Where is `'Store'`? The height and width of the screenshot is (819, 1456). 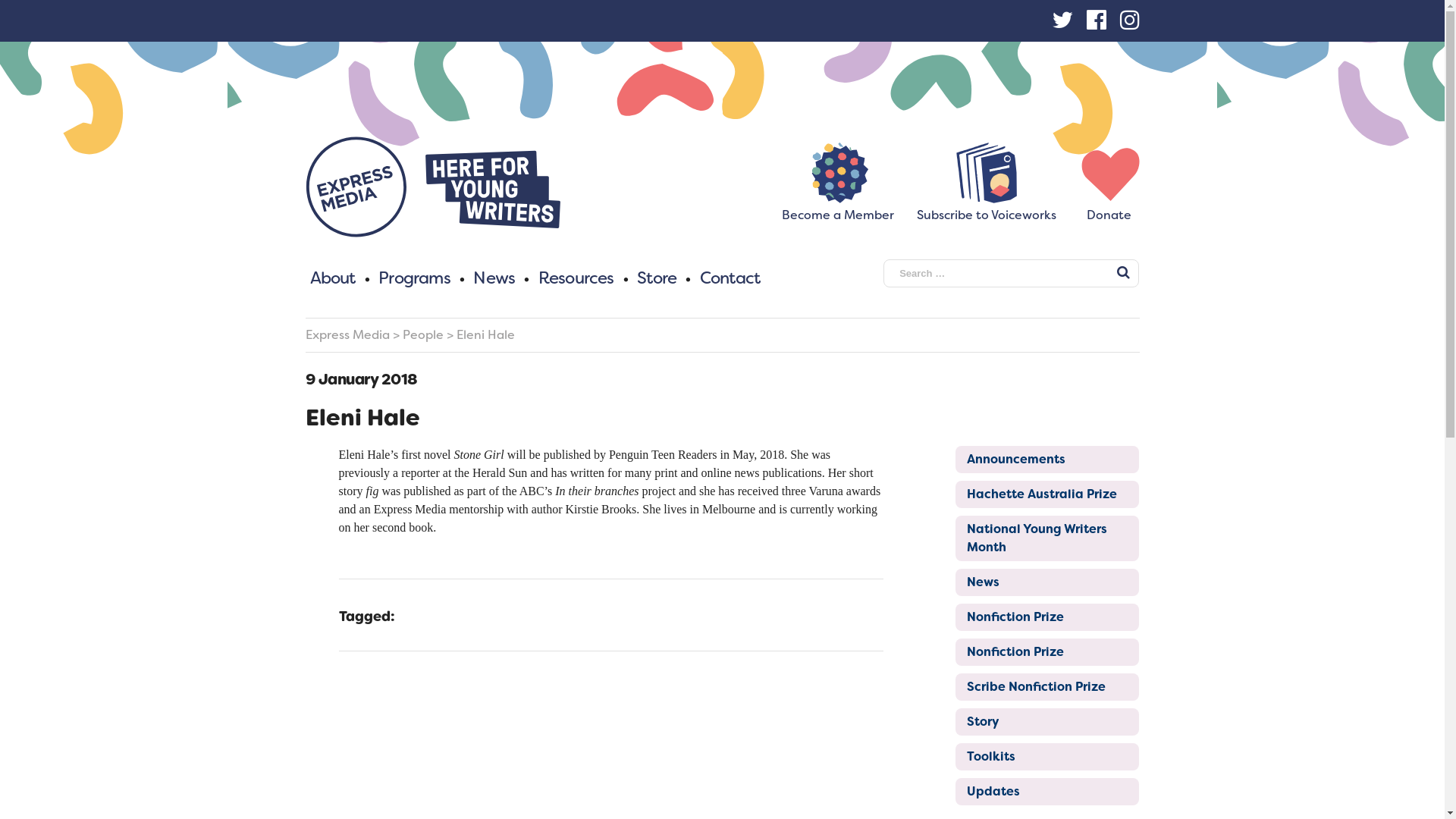 'Store' is located at coordinates (656, 278).